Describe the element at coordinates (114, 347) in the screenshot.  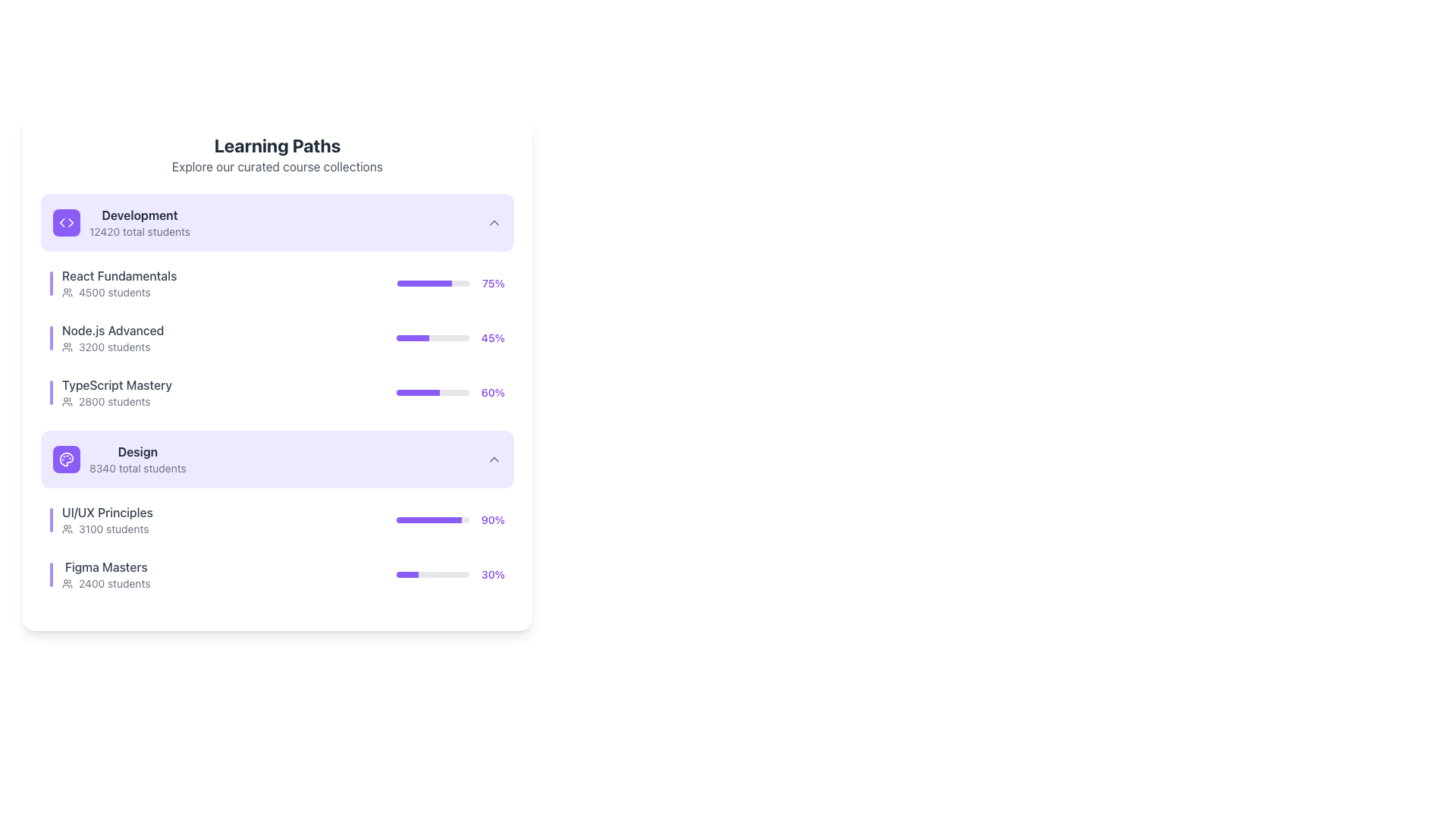
I see `text that provides information about the number of students enrolled in the 'Node.js Advanced' course, located beside the user icon in the Learning Paths interface` at that location.